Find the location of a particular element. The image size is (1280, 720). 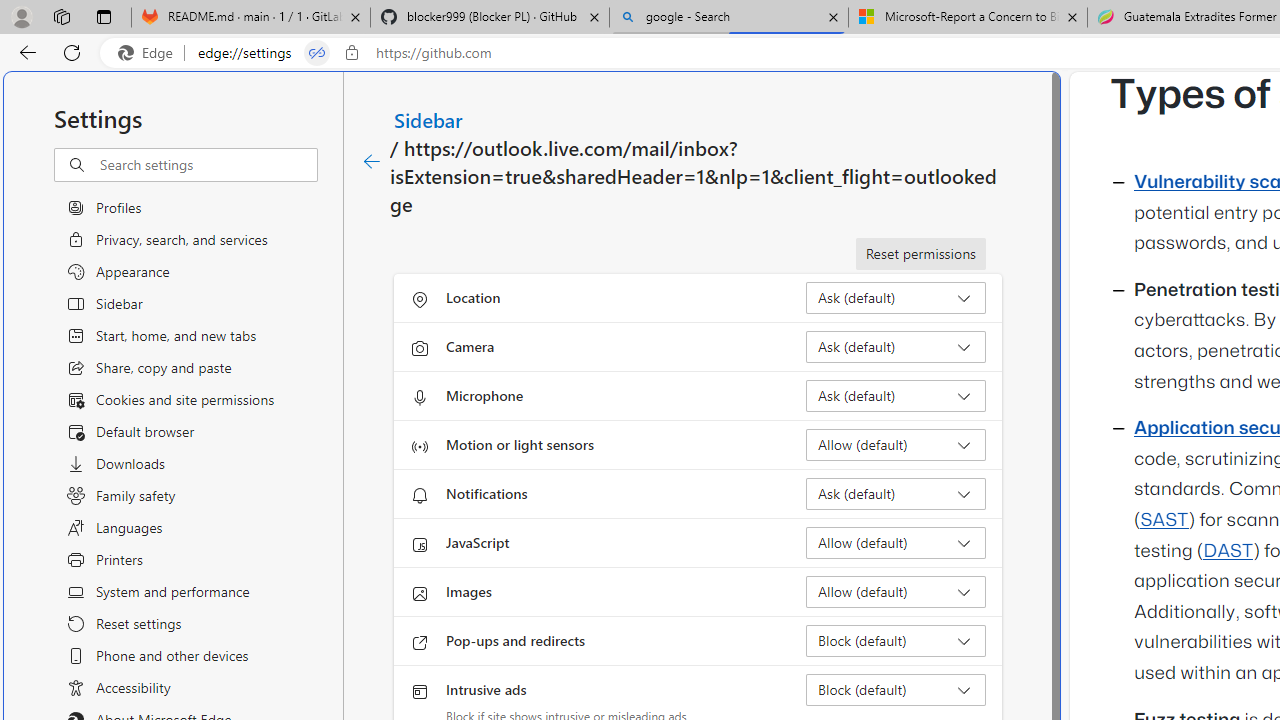

'Reset permissions' is located at coordinates (919, 253).